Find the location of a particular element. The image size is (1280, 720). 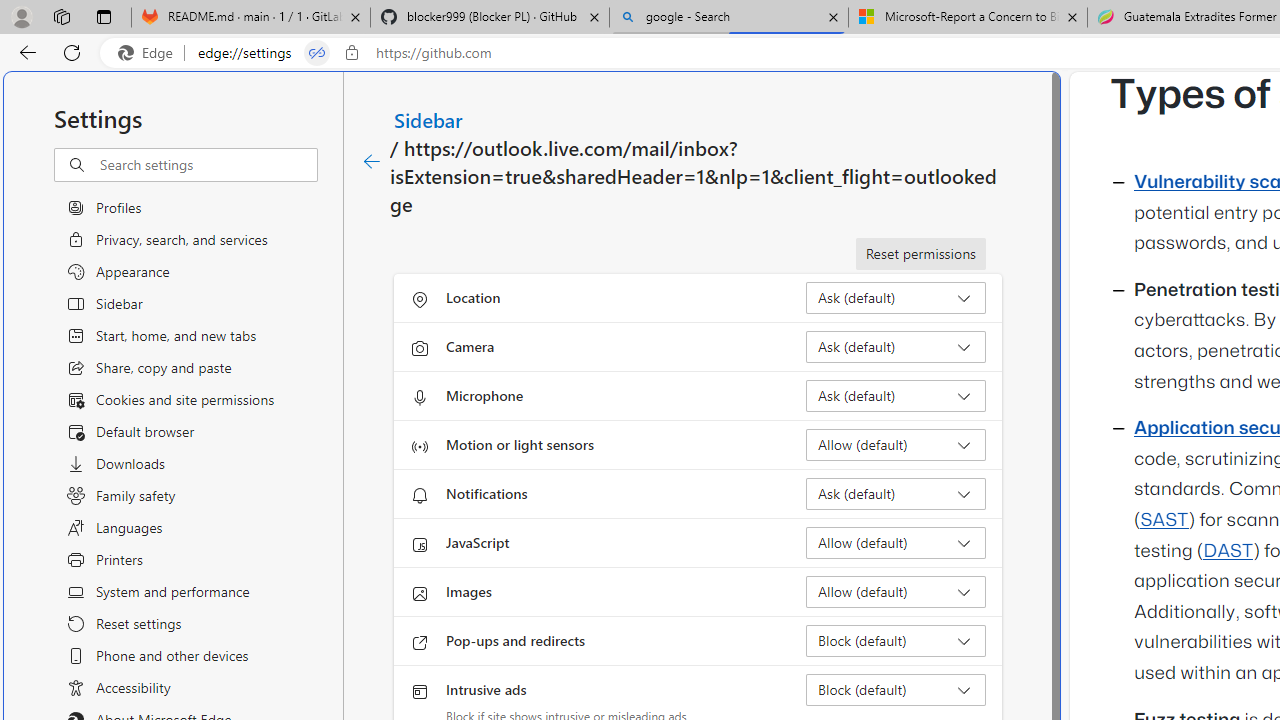

'Reset permissions' is located at coordinates (919, 253).